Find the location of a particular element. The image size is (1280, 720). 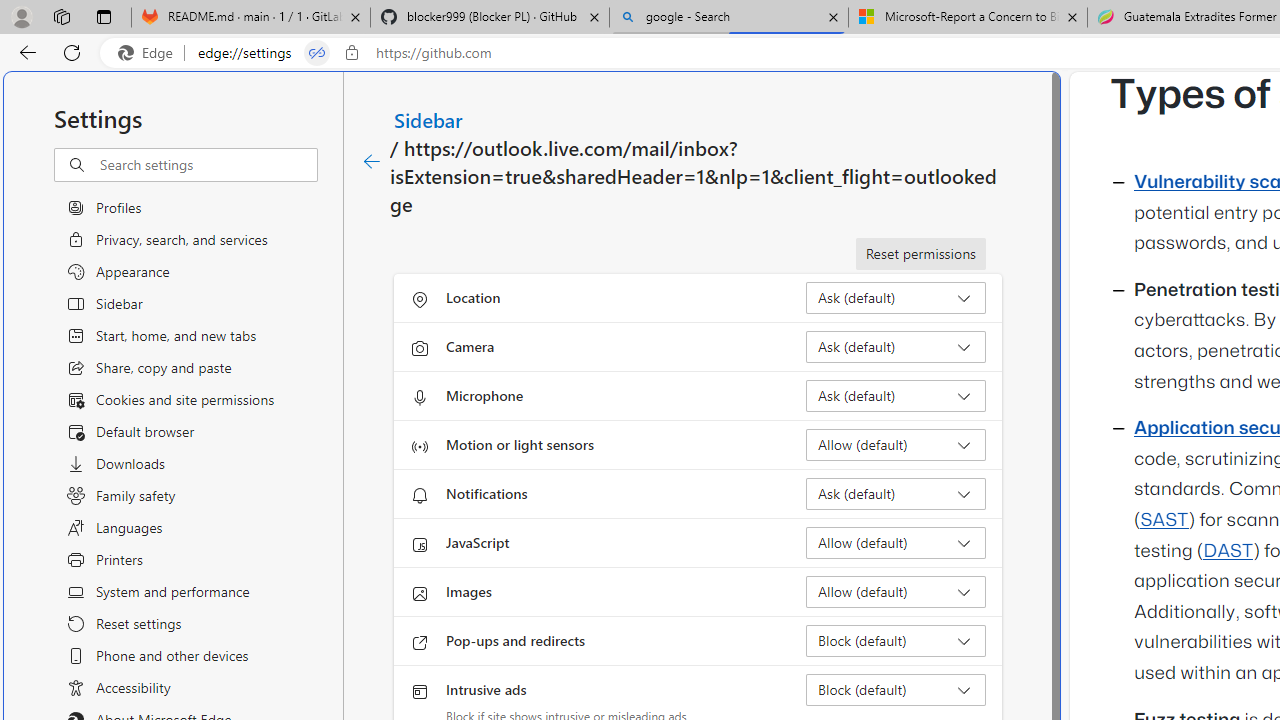

'Reset permissions' is located at coordinates (919, 253).